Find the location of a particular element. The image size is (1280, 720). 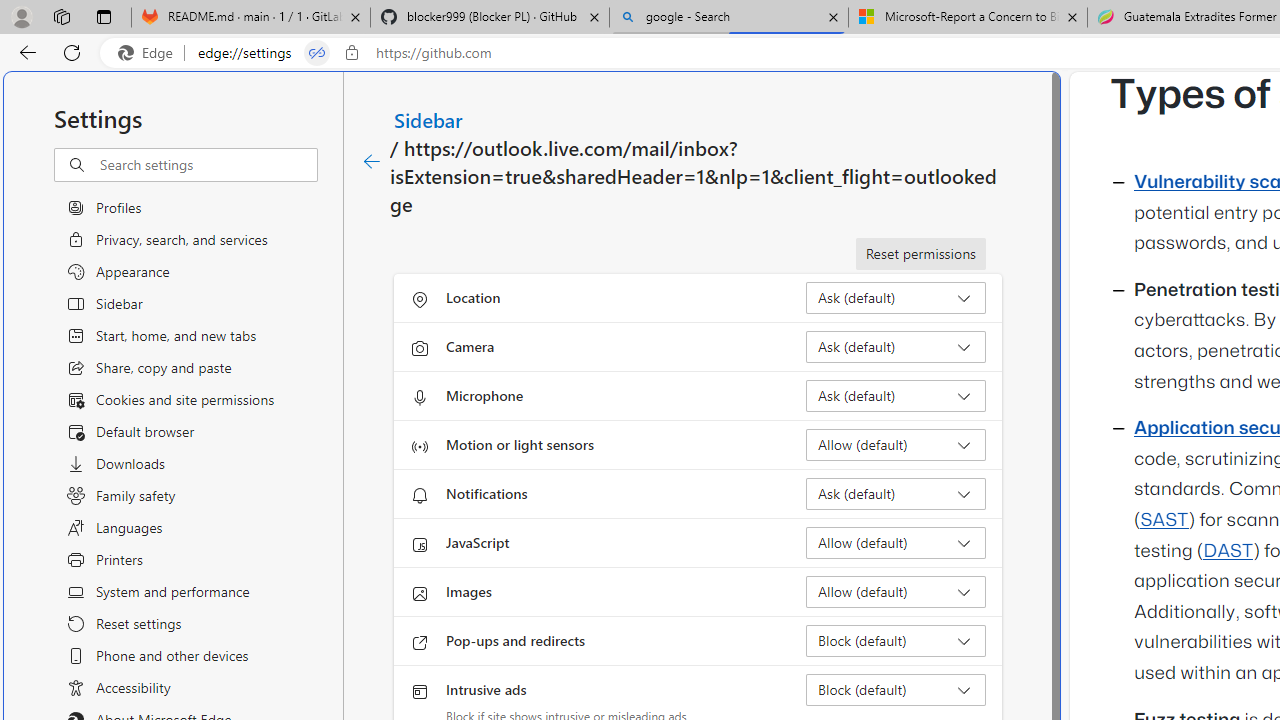

'Reset permissions' is located at coordinates (919, 253).